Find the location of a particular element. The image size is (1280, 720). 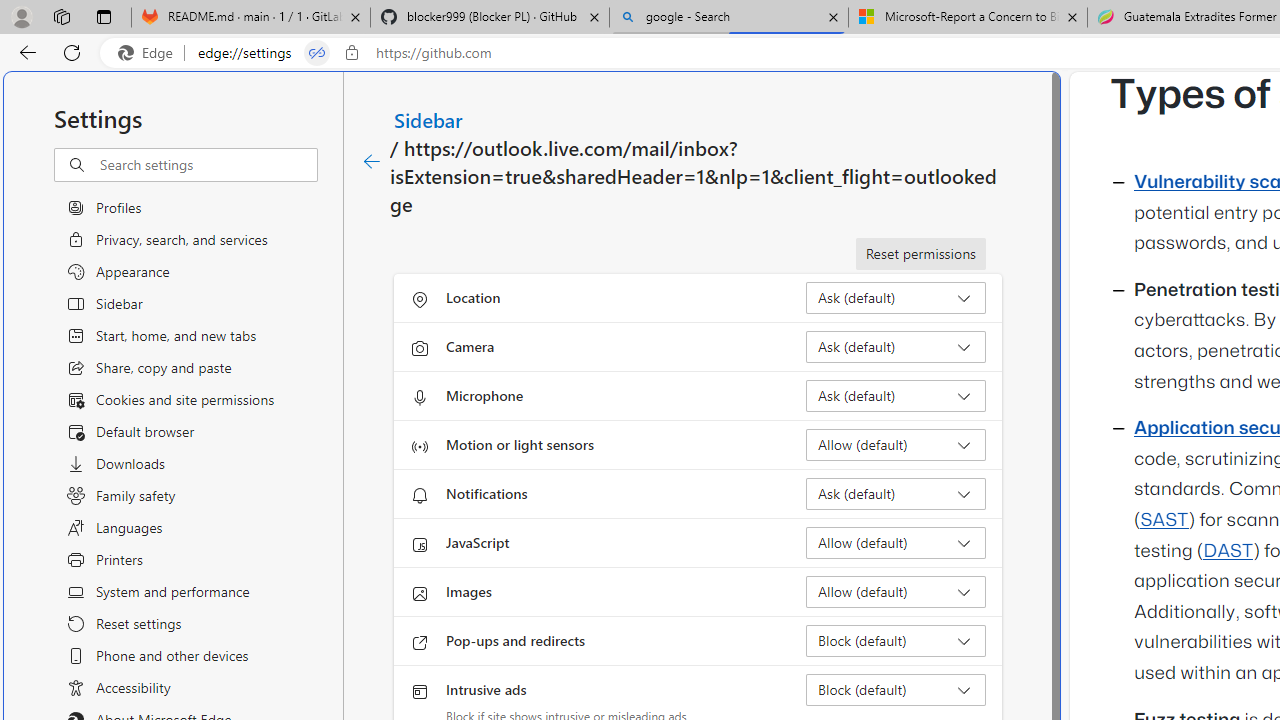

'Reset permissions' is located at coordinates (919, 253).